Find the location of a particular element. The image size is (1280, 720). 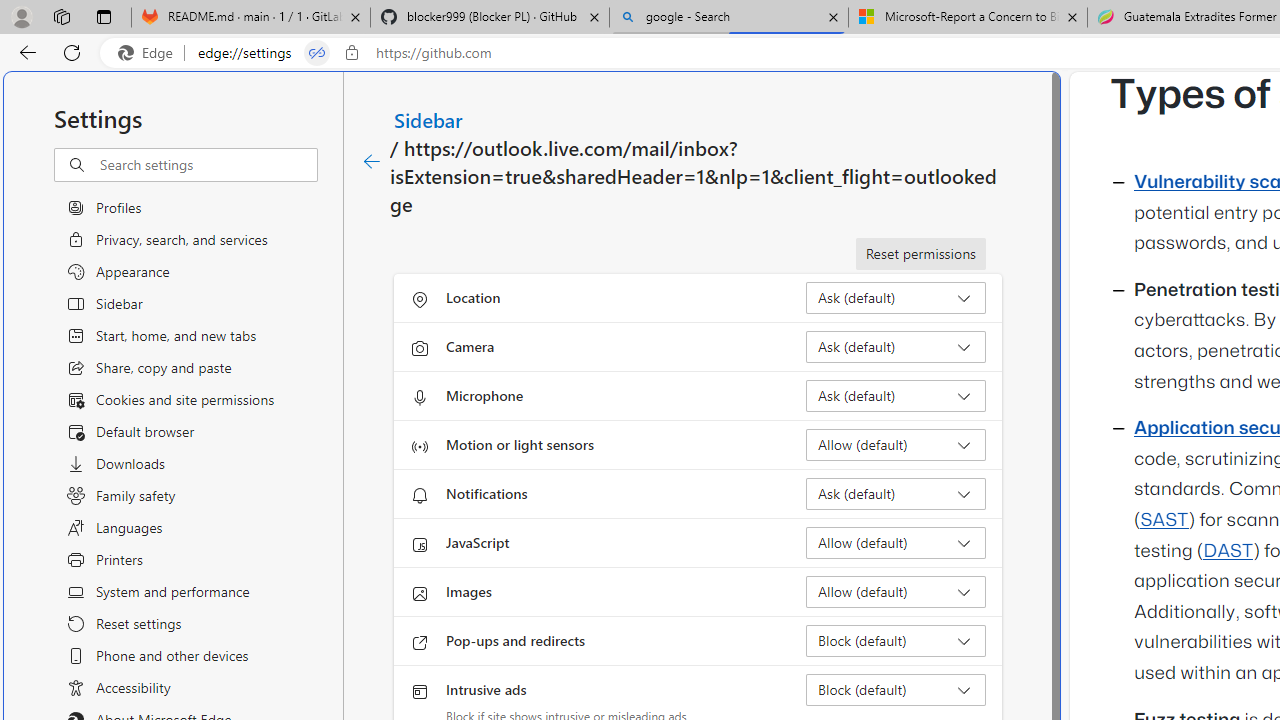

'Reset permissions' is located at coordinates (919, 253).